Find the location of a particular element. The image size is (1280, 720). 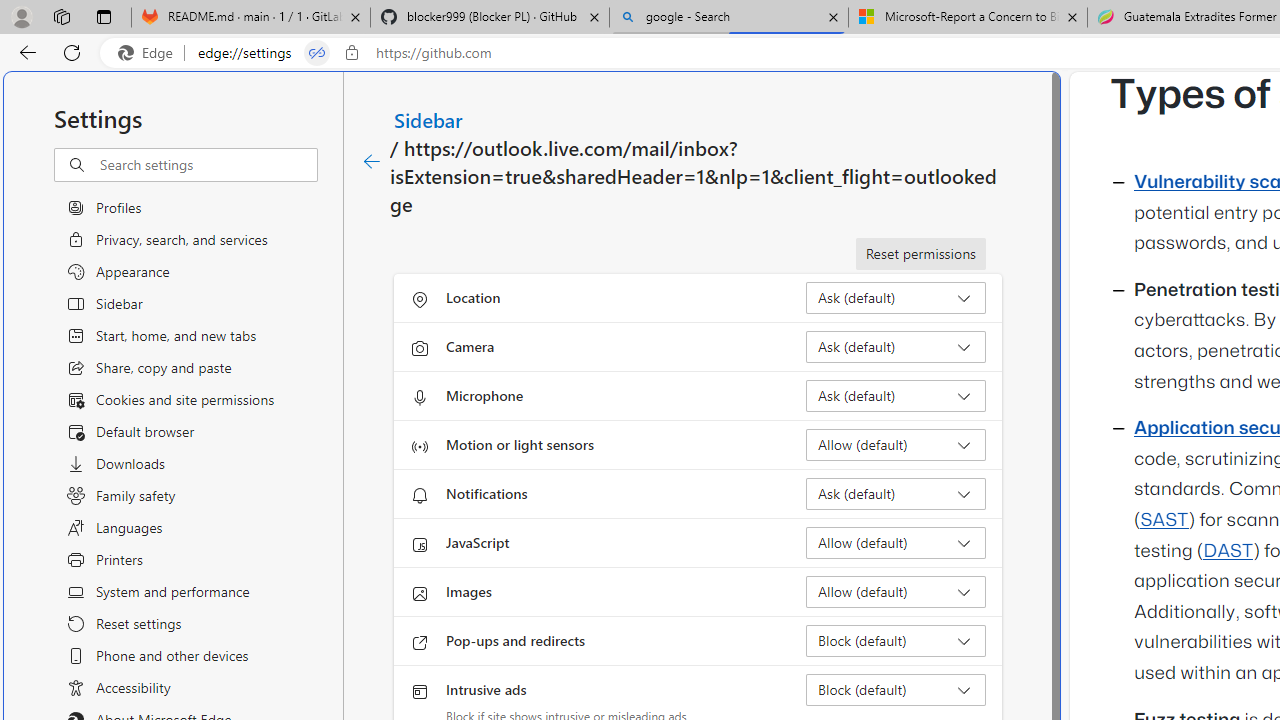

'Reset permissions' is located at coordinates (919, 253).